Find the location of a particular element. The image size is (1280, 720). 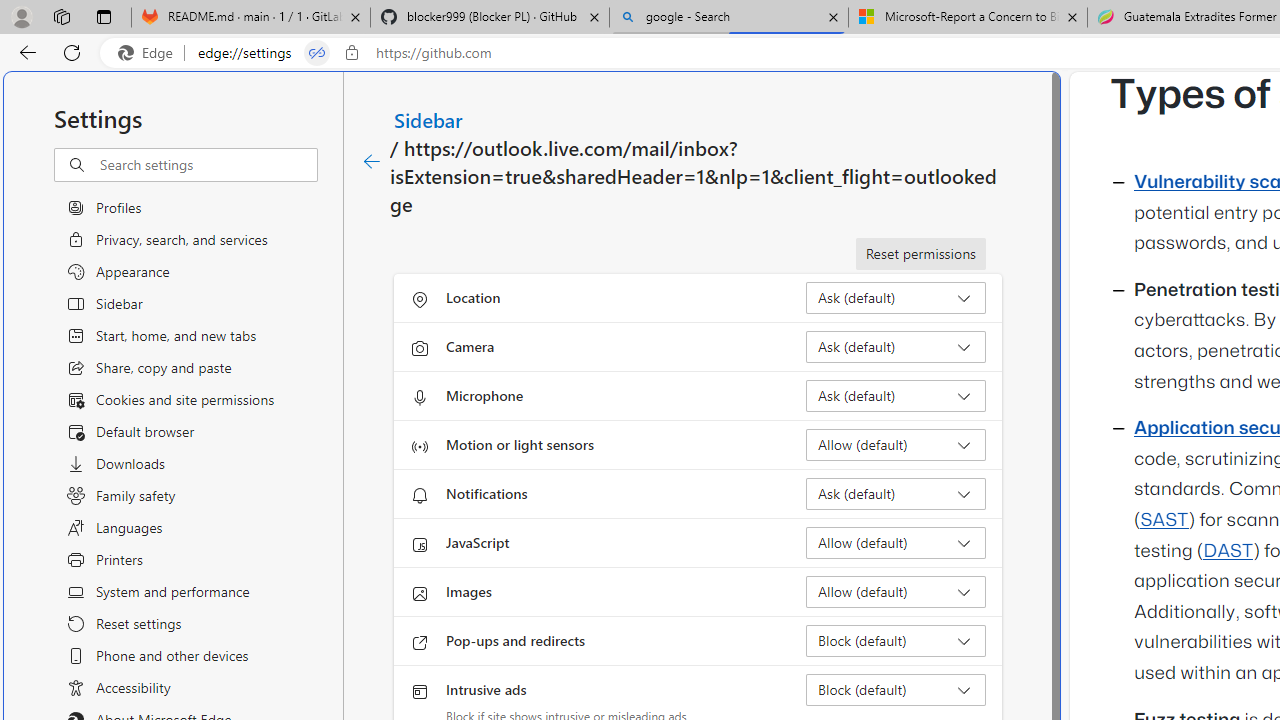

'Reset permissions' is located at coordinates (919, 253).